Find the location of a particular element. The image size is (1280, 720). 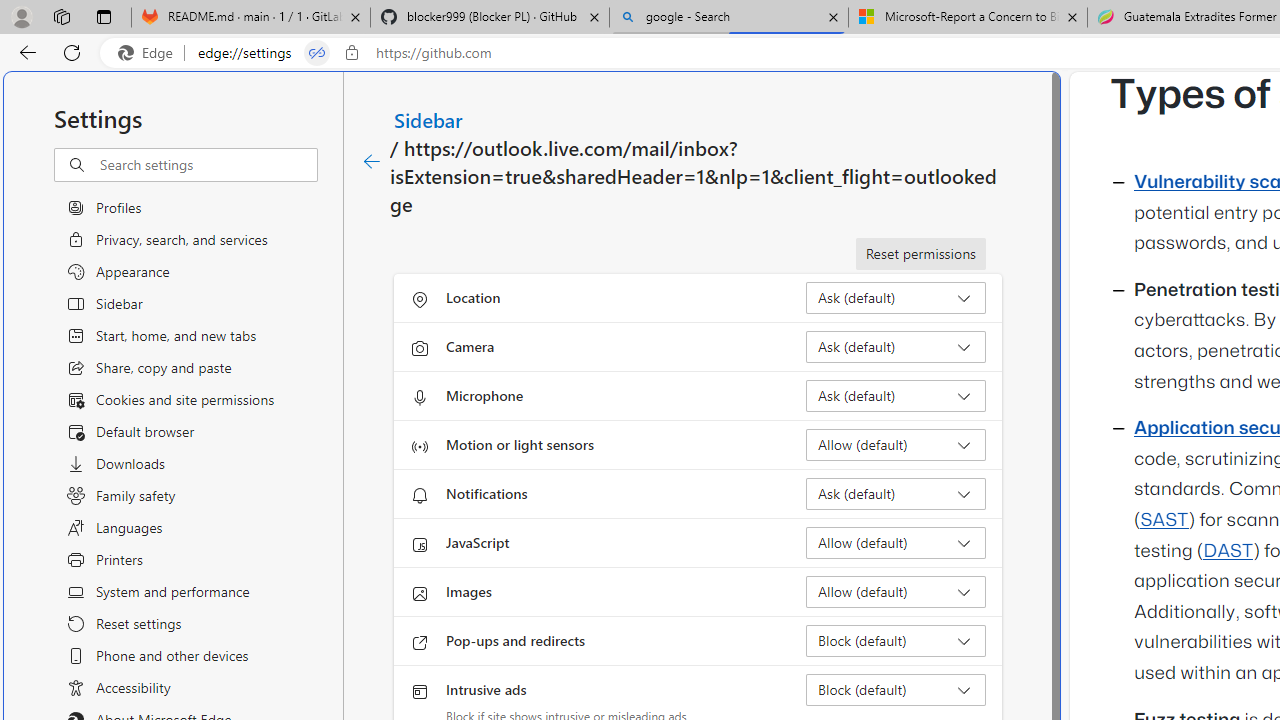

'Reset permissions' is located at coordinates (919, 253).